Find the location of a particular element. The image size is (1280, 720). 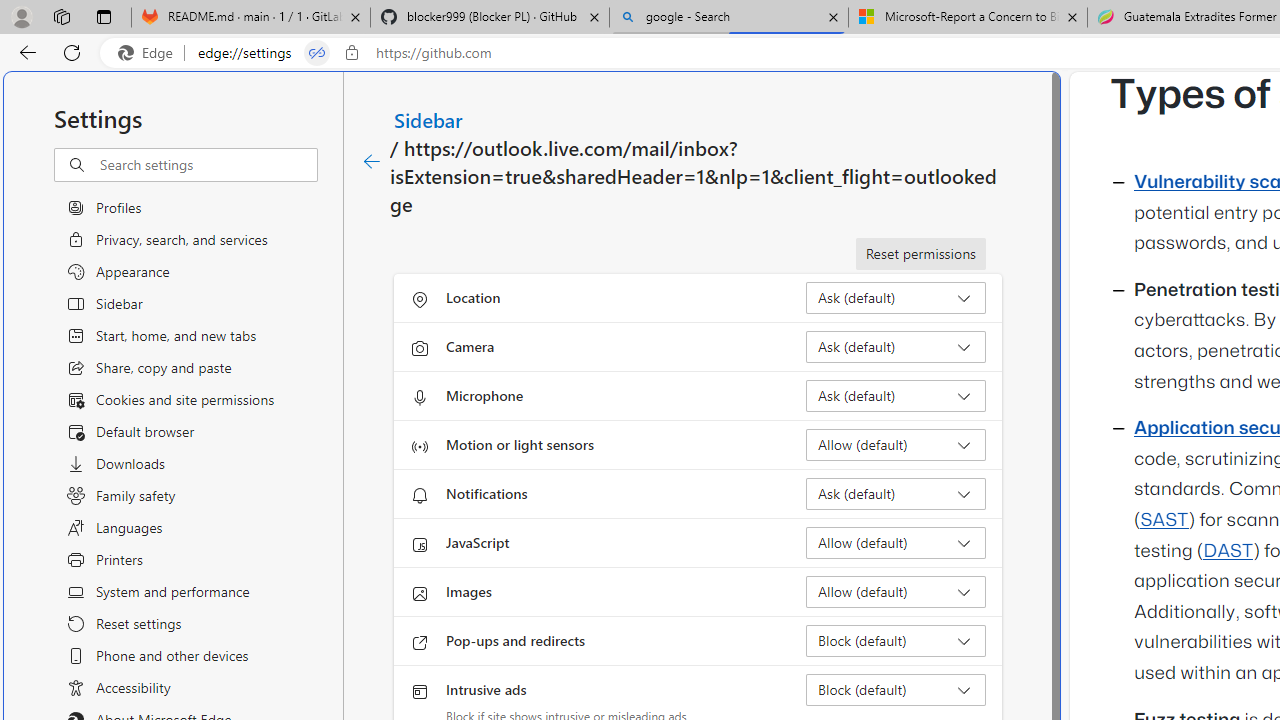

'Reset permissions' is located at coordinates (919, 253).